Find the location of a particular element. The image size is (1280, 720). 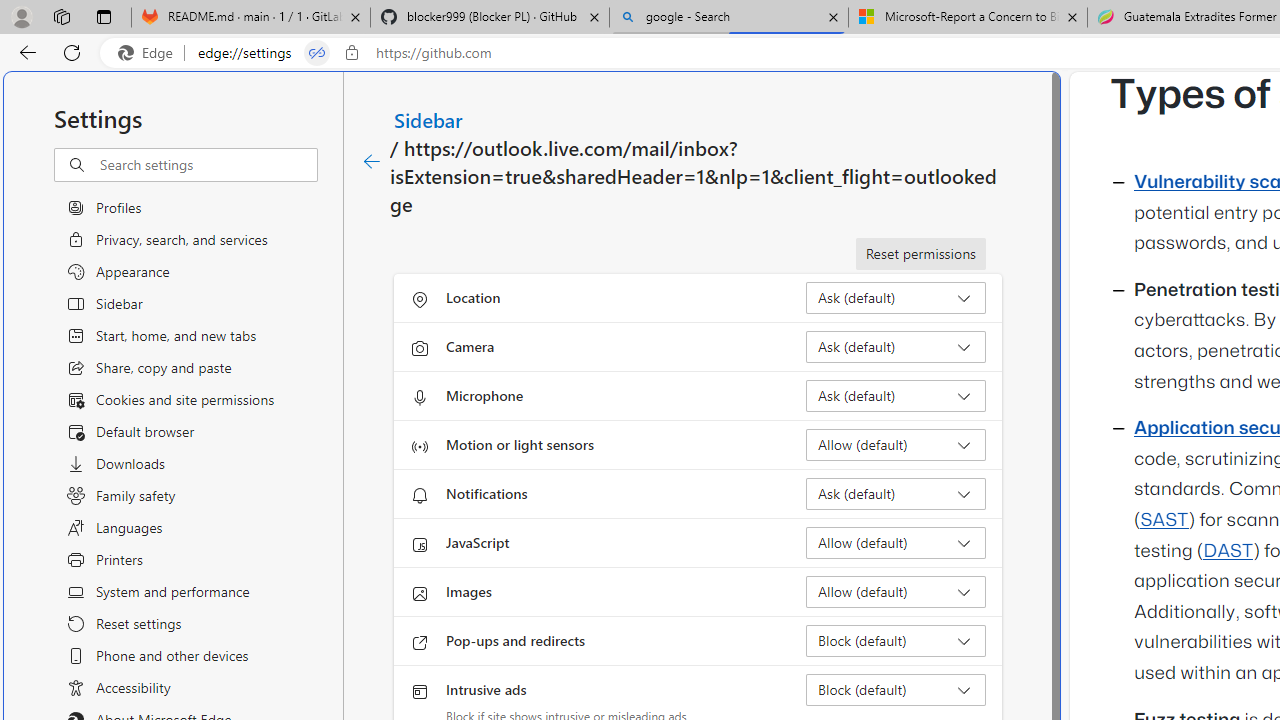

'Reset permissions' is located at coordinates (919, 253).